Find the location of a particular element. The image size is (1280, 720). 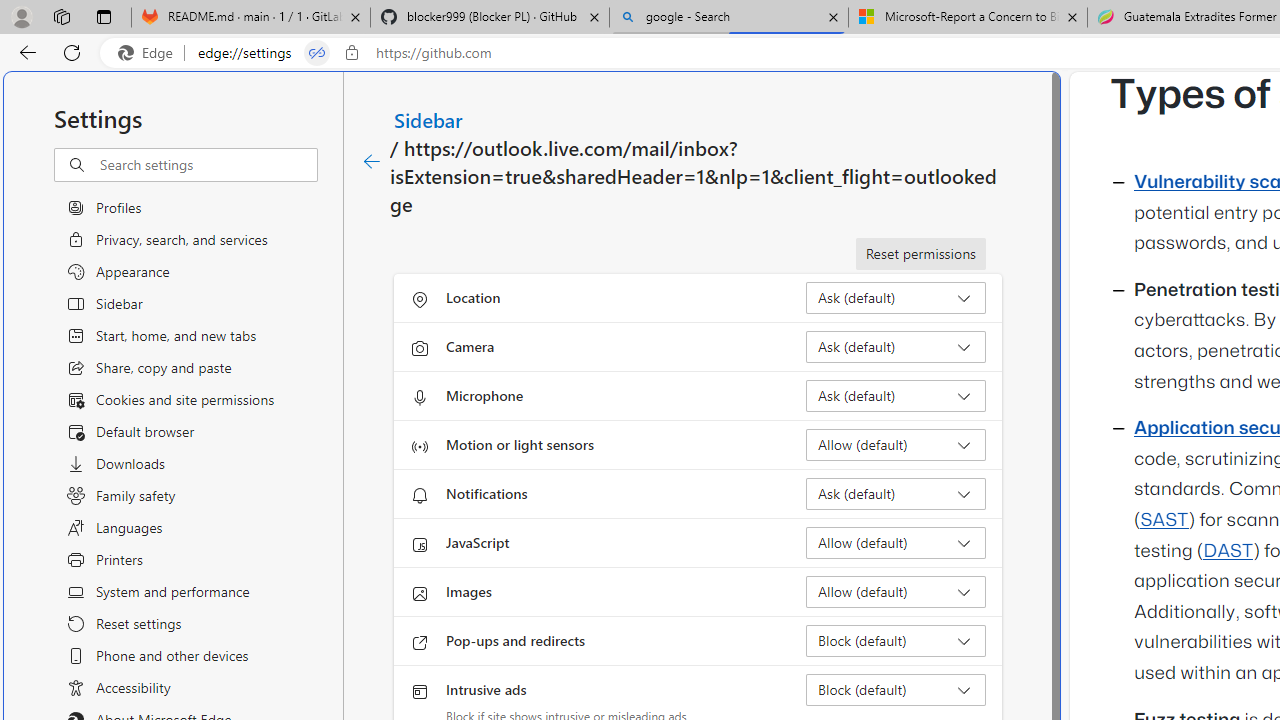

'Reset permissions' is located at coordinates (919, 253).